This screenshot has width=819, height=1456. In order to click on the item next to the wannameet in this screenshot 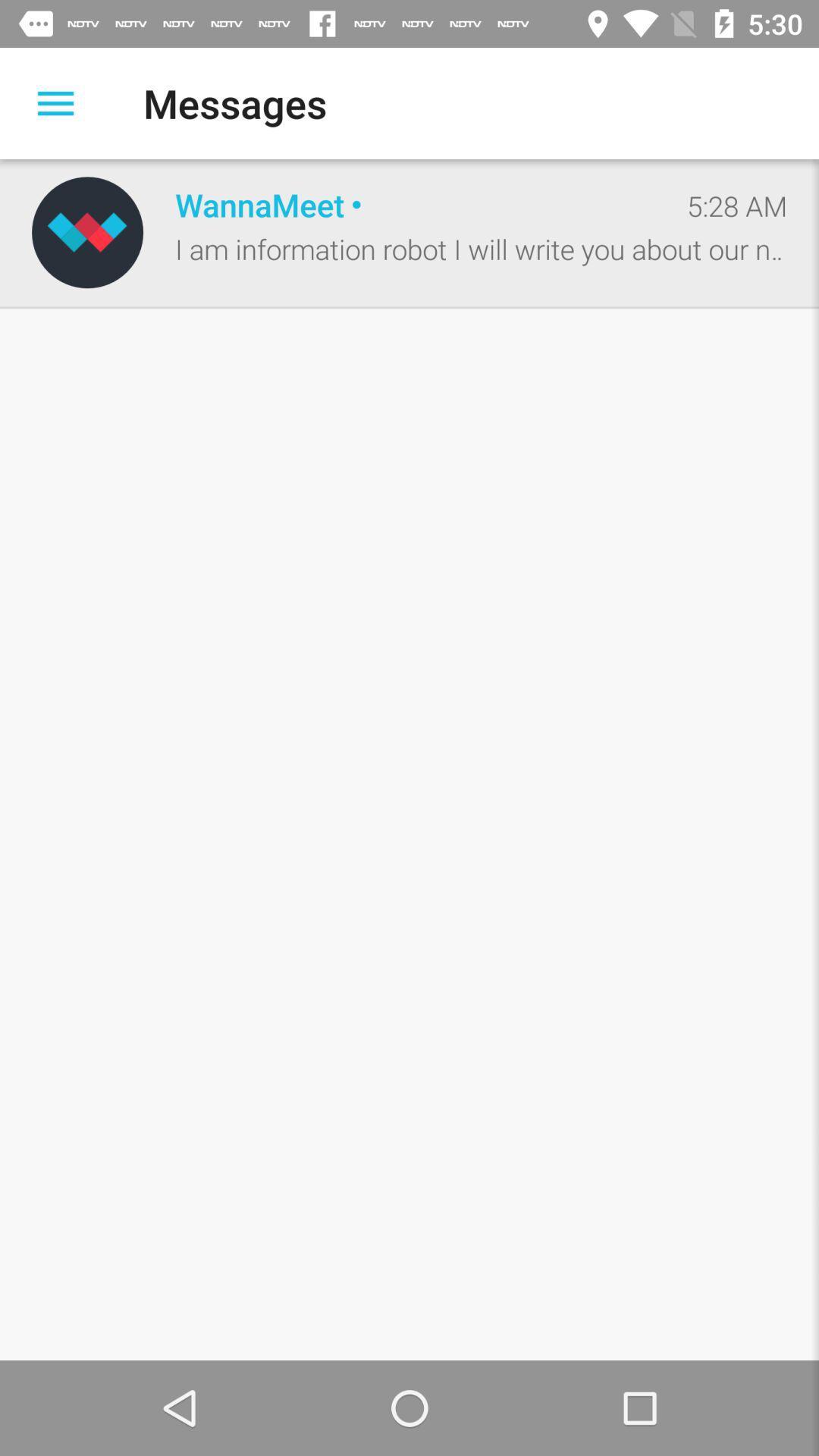, I will do `click(736, 205)`.